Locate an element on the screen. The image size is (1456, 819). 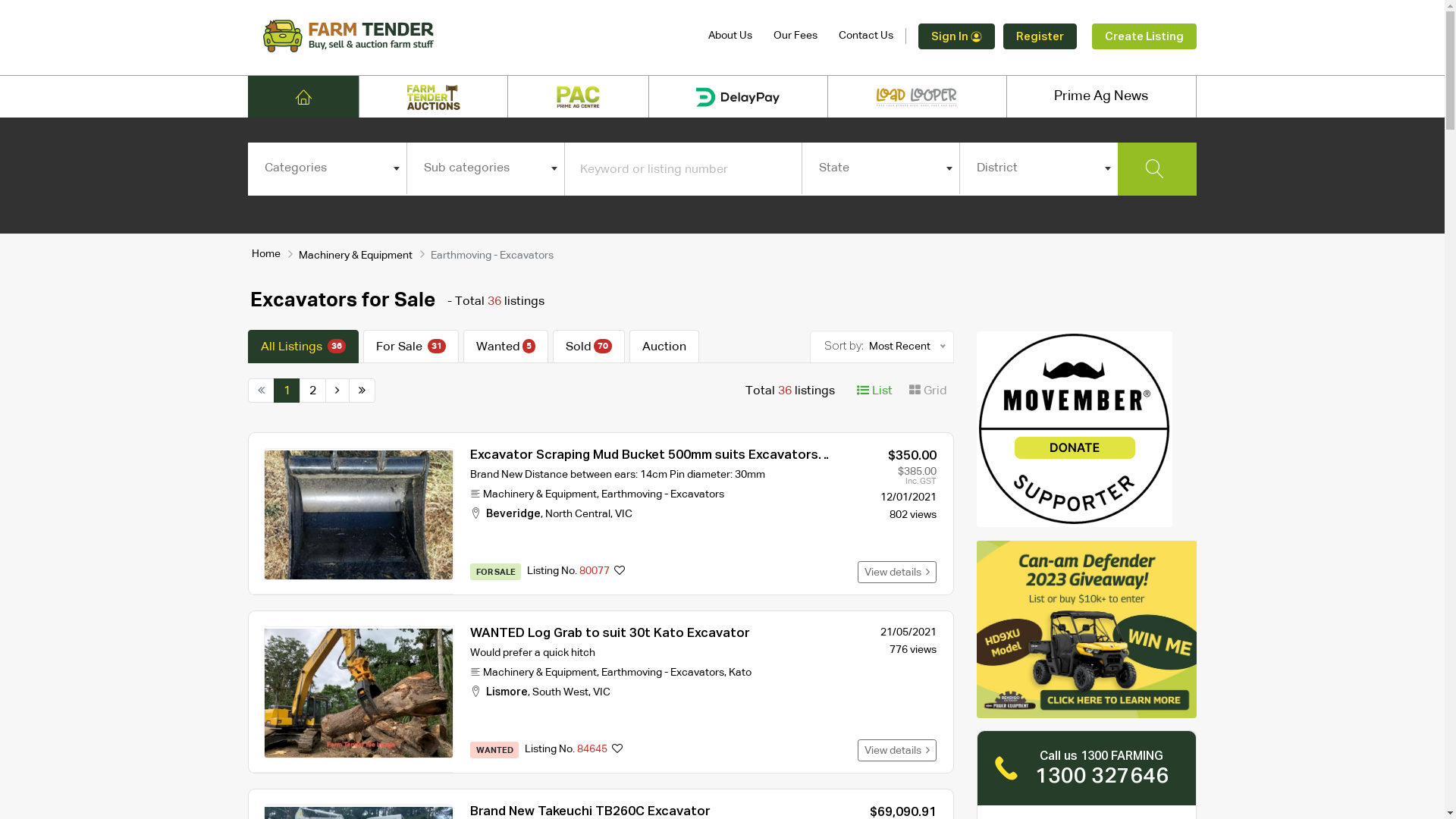
'Grid' is located at coordinates (927, 390).